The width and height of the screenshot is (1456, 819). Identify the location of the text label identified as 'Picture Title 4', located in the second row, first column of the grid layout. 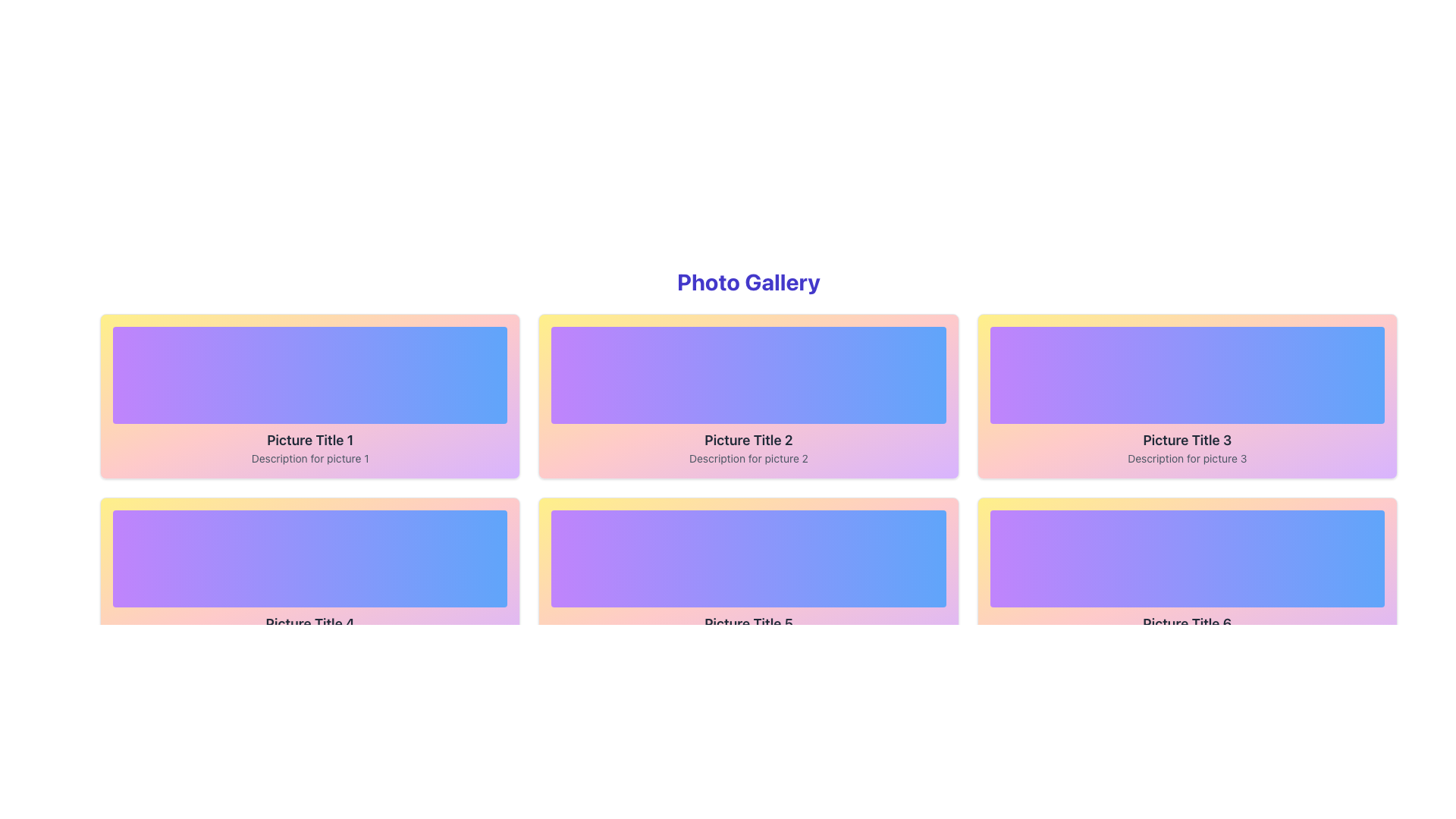
(309, 623).